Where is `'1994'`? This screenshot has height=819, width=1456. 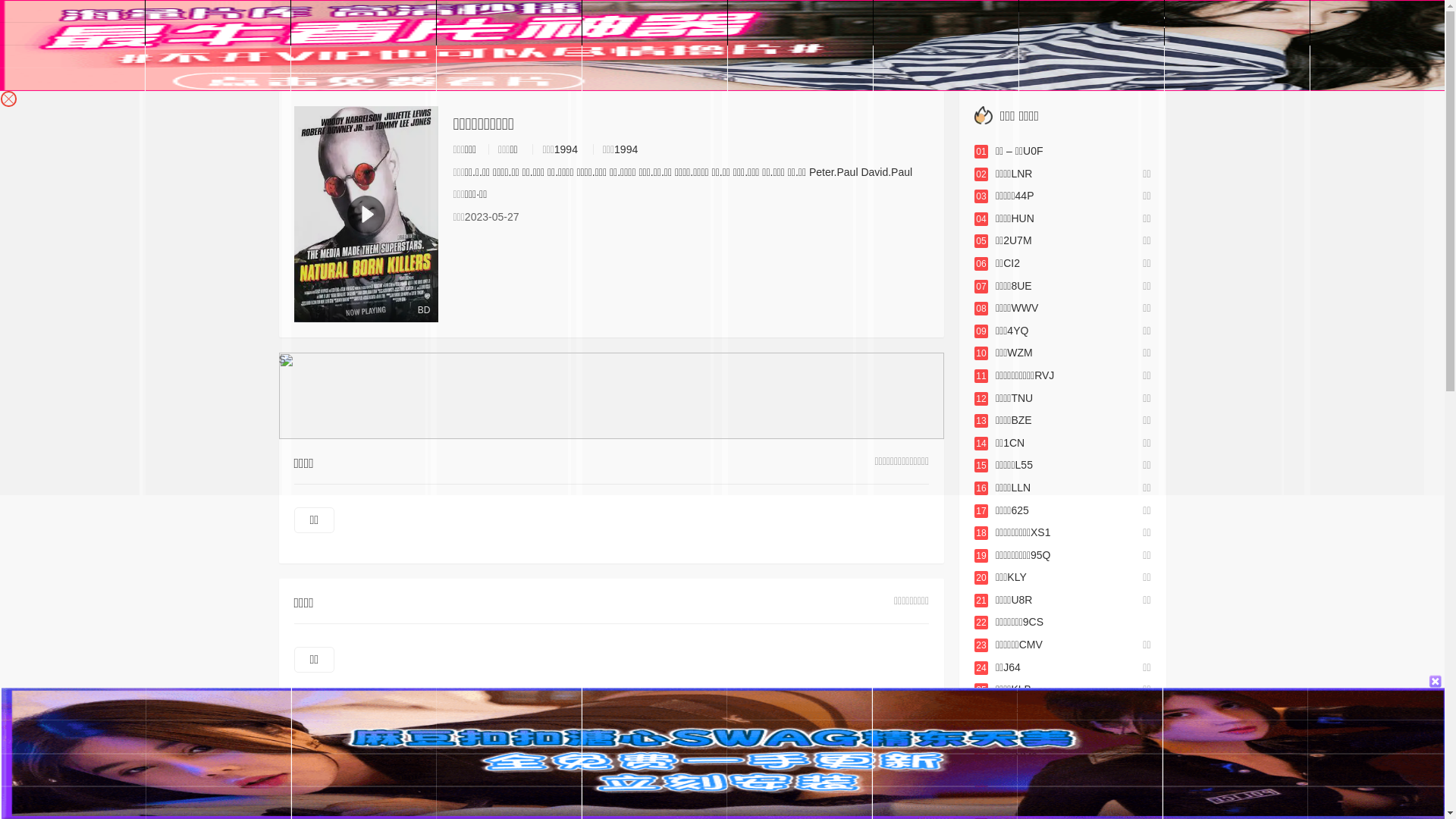 '1994' is located at coordinates (626, 149).